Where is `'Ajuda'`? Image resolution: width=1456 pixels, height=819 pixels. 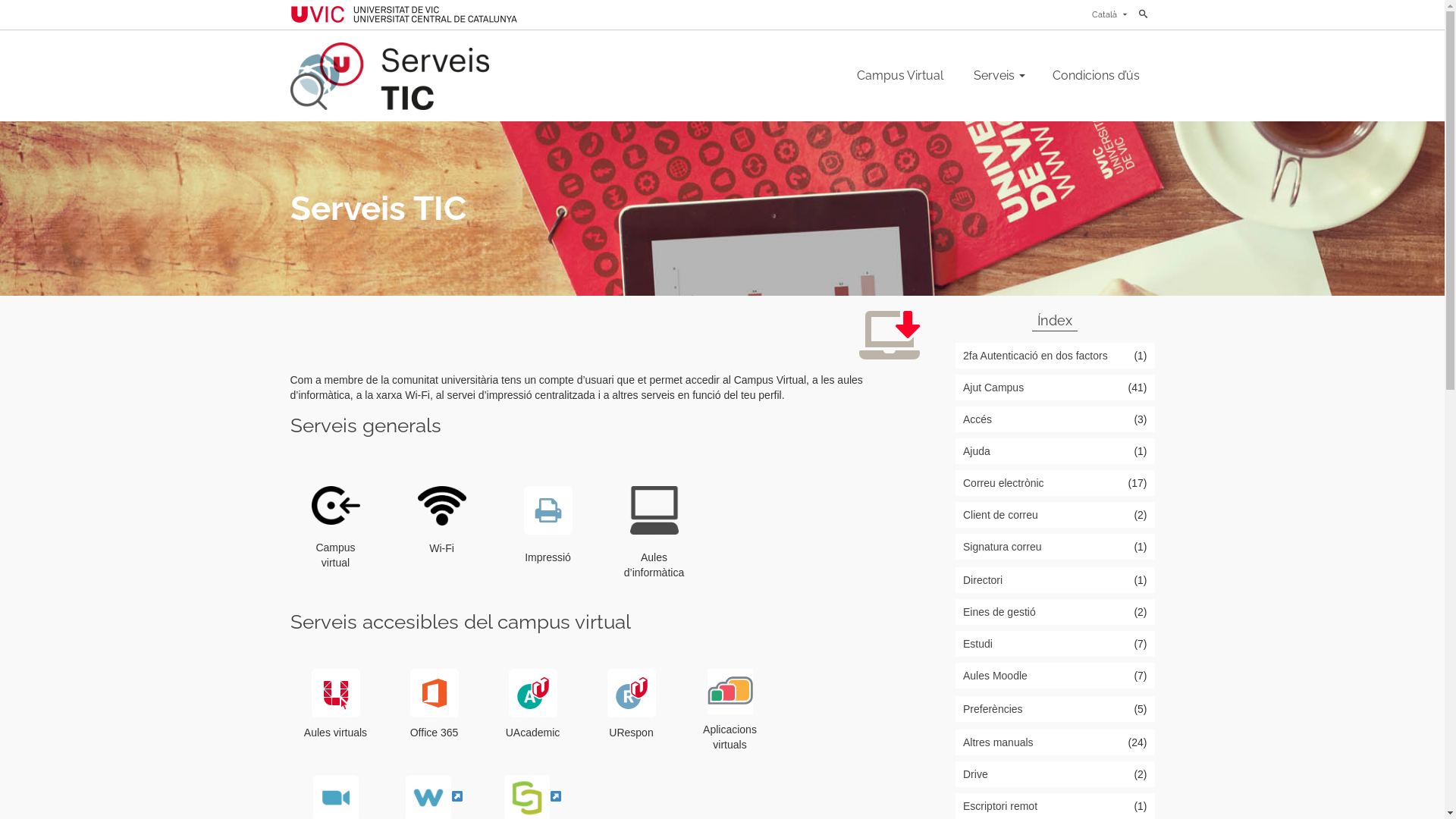
'Ajuda' is located at coordinates (1054, 450).